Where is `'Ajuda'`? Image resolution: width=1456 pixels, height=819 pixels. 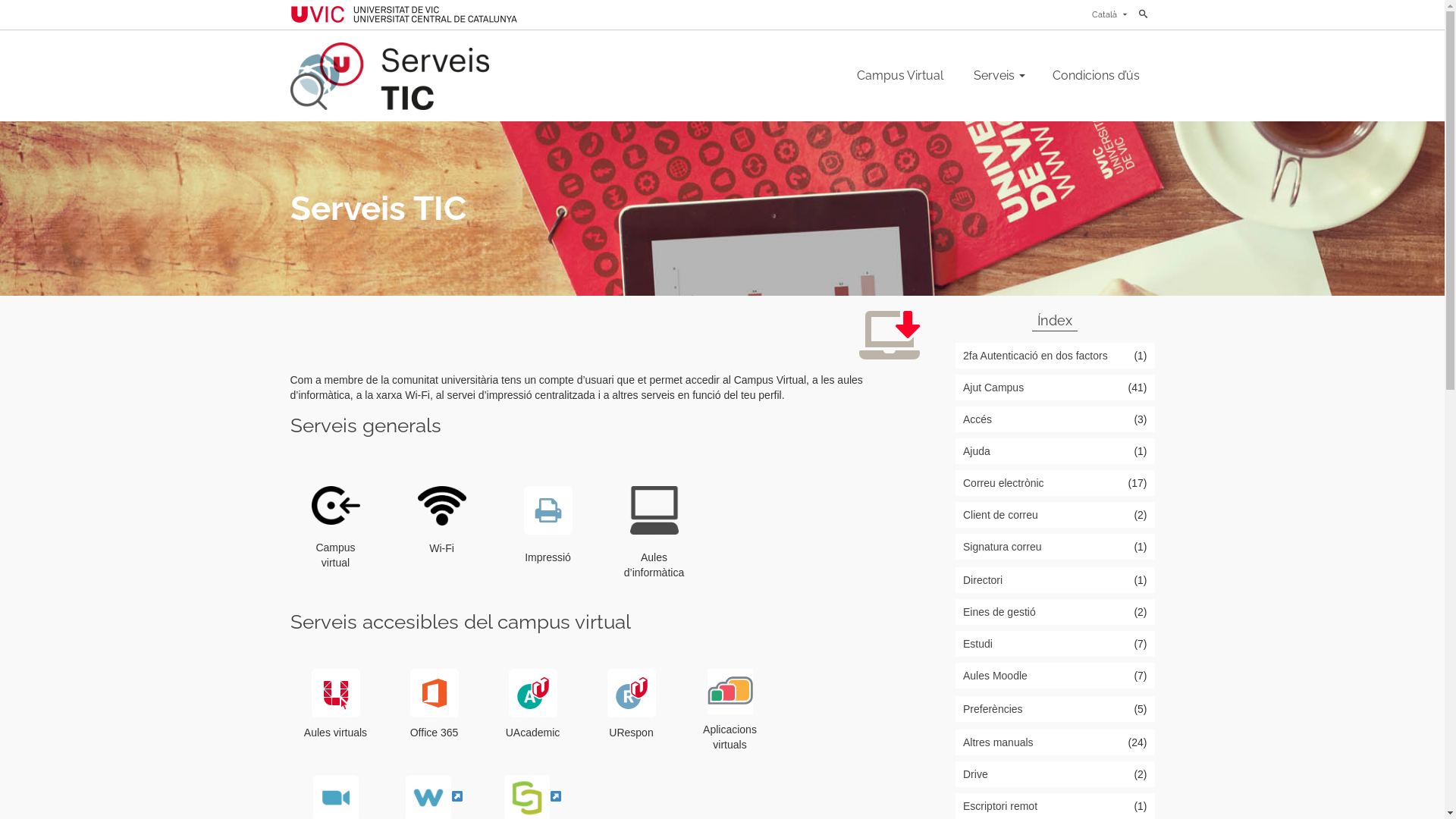
'Ajuda' is located at coordinates (1054, 450).